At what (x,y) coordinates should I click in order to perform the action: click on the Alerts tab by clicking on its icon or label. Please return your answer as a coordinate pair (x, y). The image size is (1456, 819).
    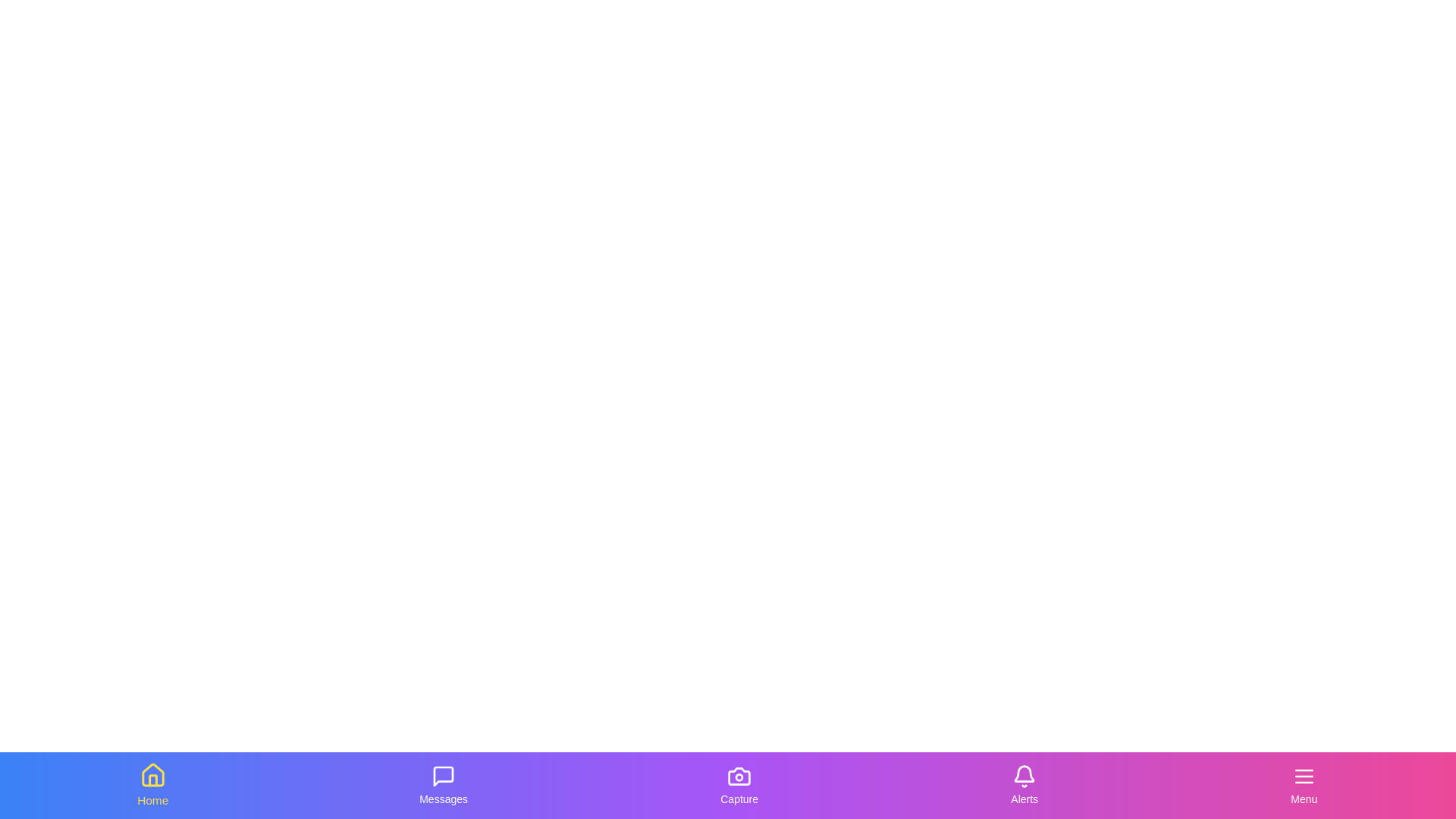
    Looking at the image, I should click on (1025, 785).